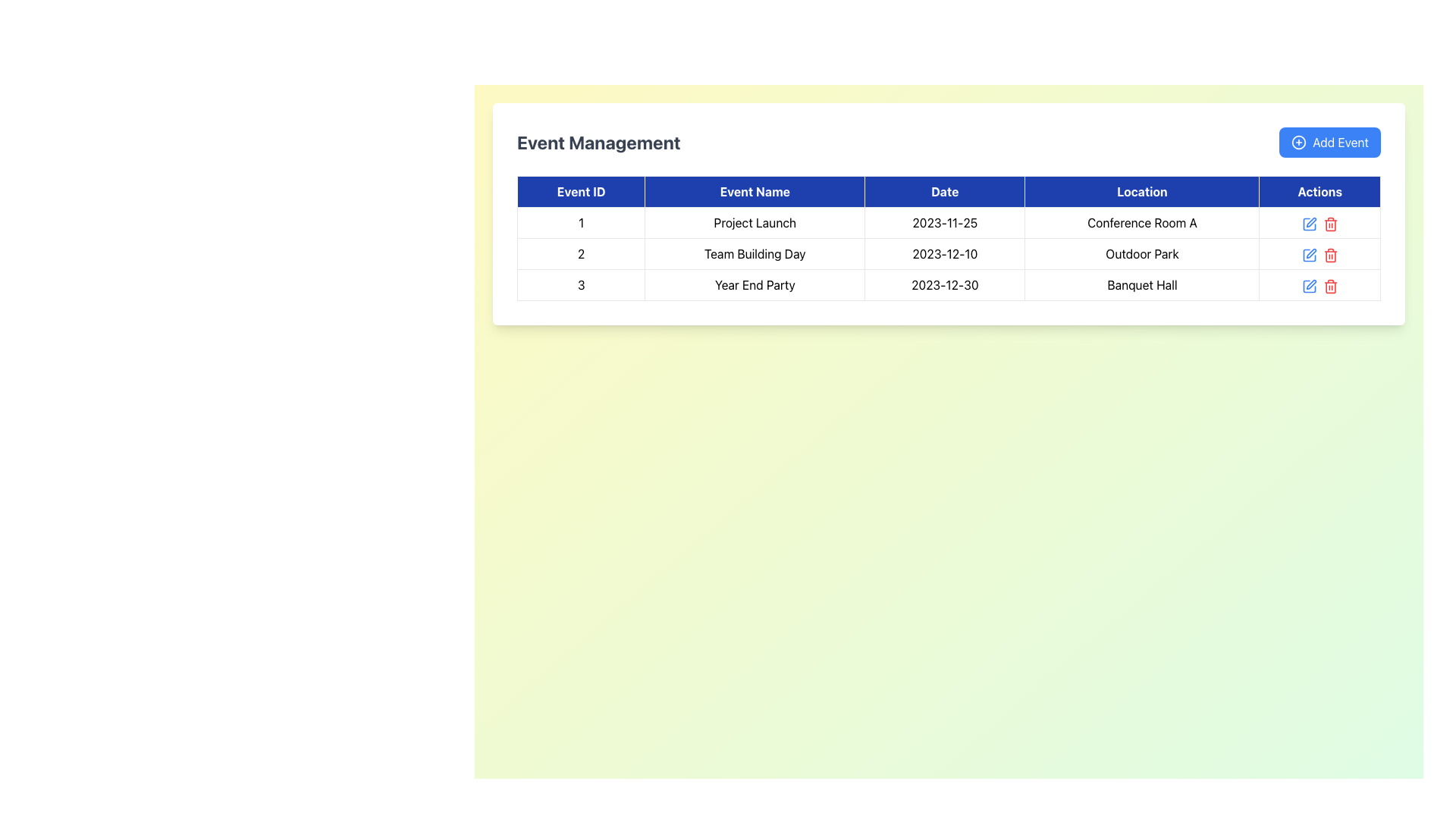  I want to click on date displayed in the text label that shows the date for the event 'Project Launch', located in the third column of the first row of the table beneath the 'Date' header, so click(944, 222).